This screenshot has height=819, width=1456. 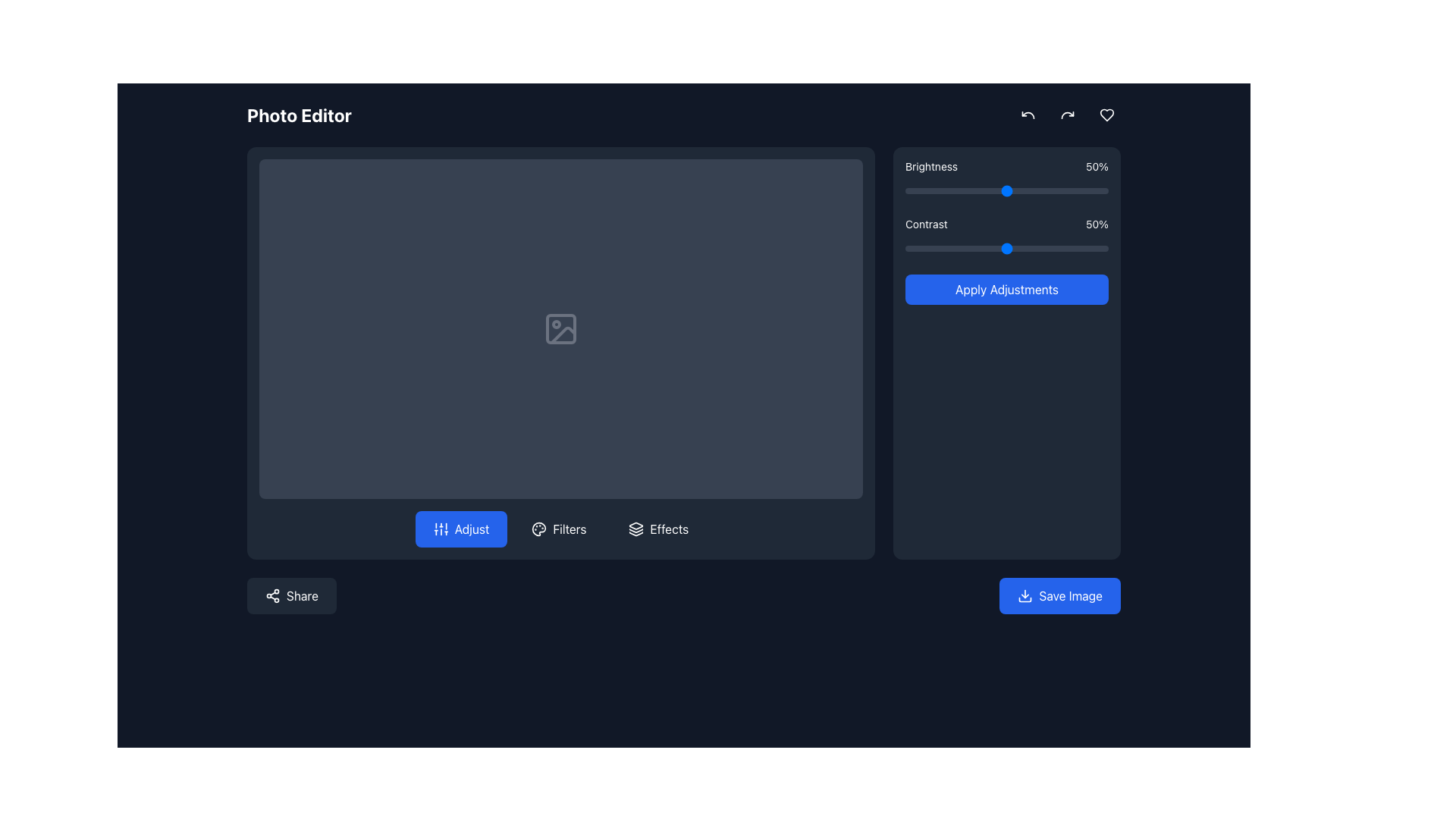 I want to click on the share icon located to the left of the 'Share' text near the bottom-left of the interface, so click(x=273, y=595).